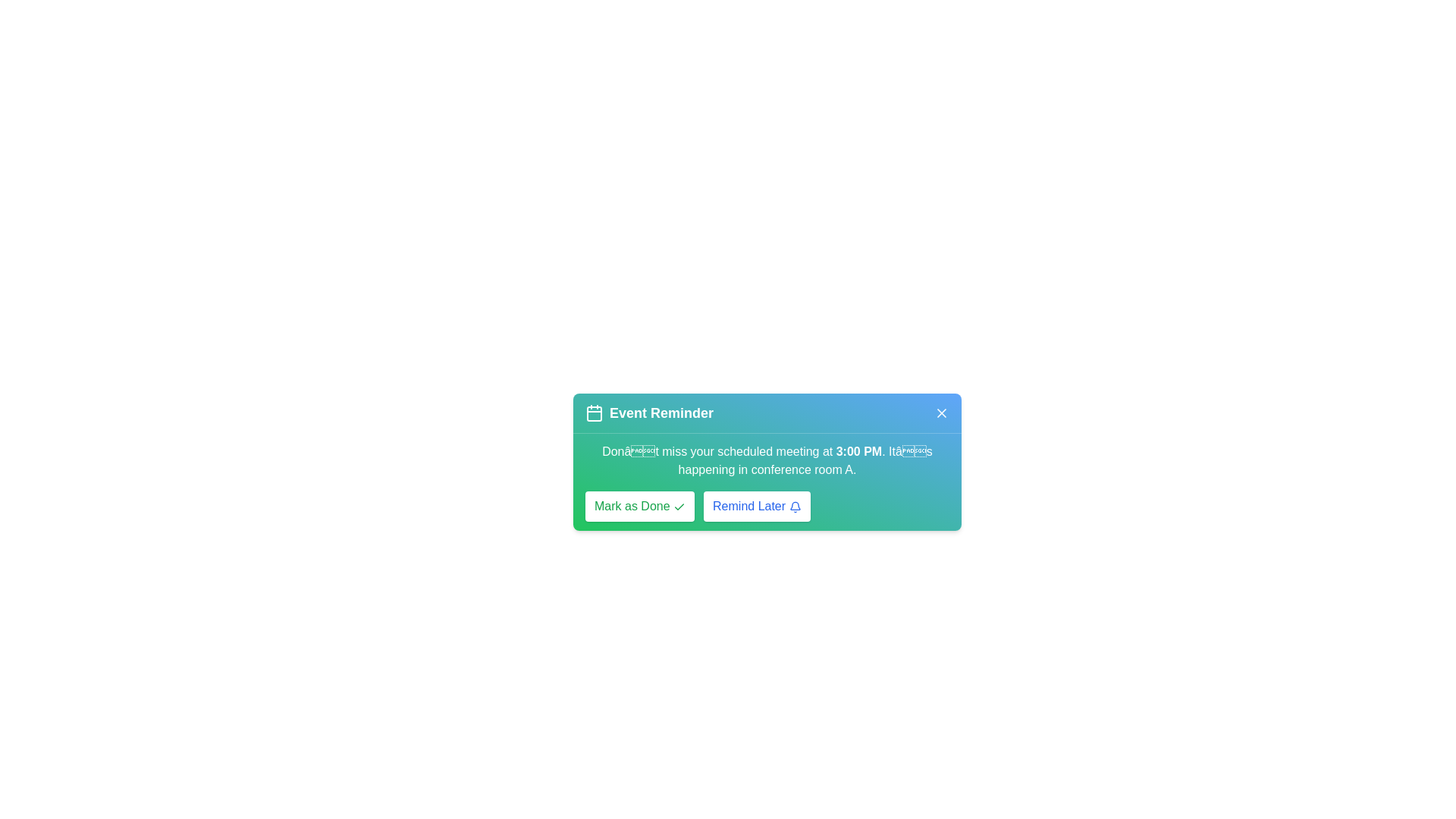  What do you see at coordinates (767, 482) in the screenshot?
I see `the text content in the EventReminder component` at bounding box center [767, 482].